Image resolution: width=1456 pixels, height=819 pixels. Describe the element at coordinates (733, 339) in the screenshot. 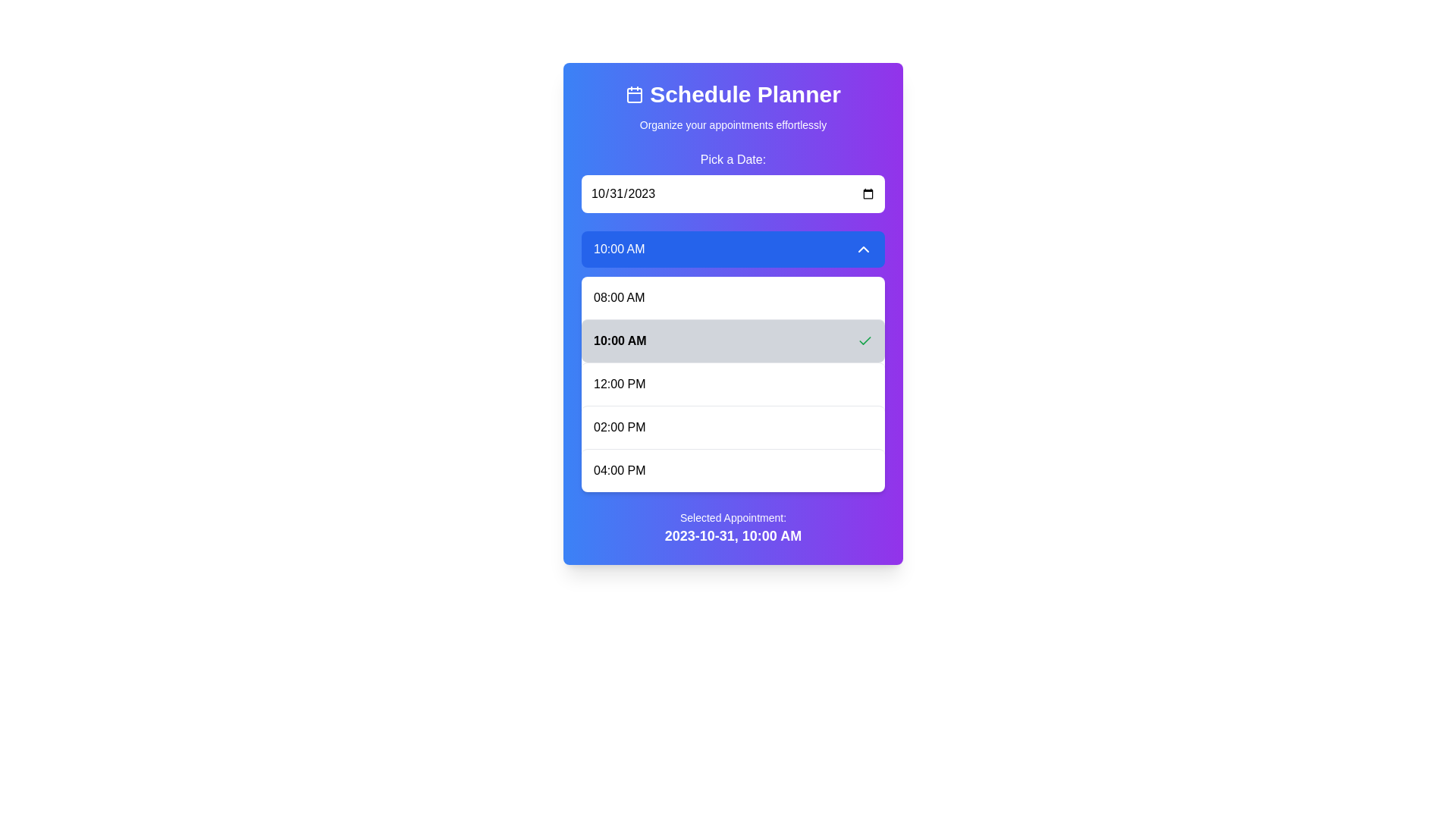

I see `the '10:00 AM' time selection button within the schedule dropdown menu to set it as the preferred time` at that location.